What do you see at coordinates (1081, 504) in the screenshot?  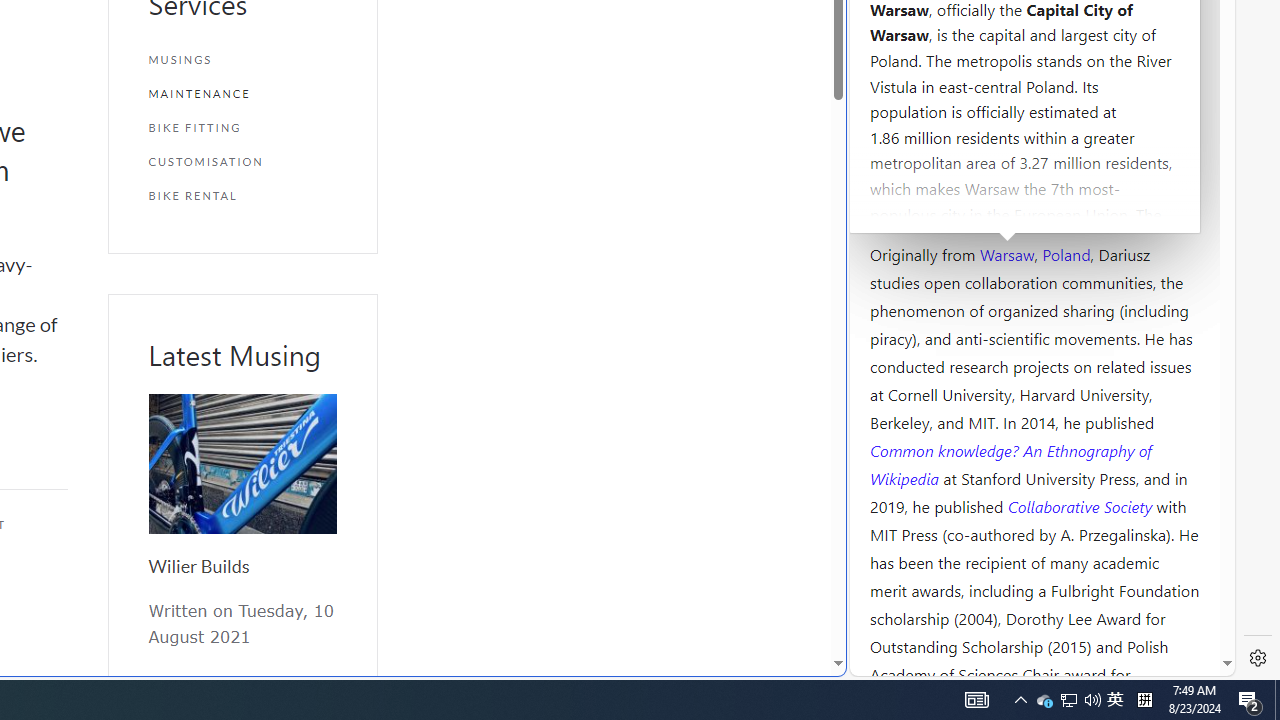 I see `'Collaborative Society '` at bounding box center [1081, 504].